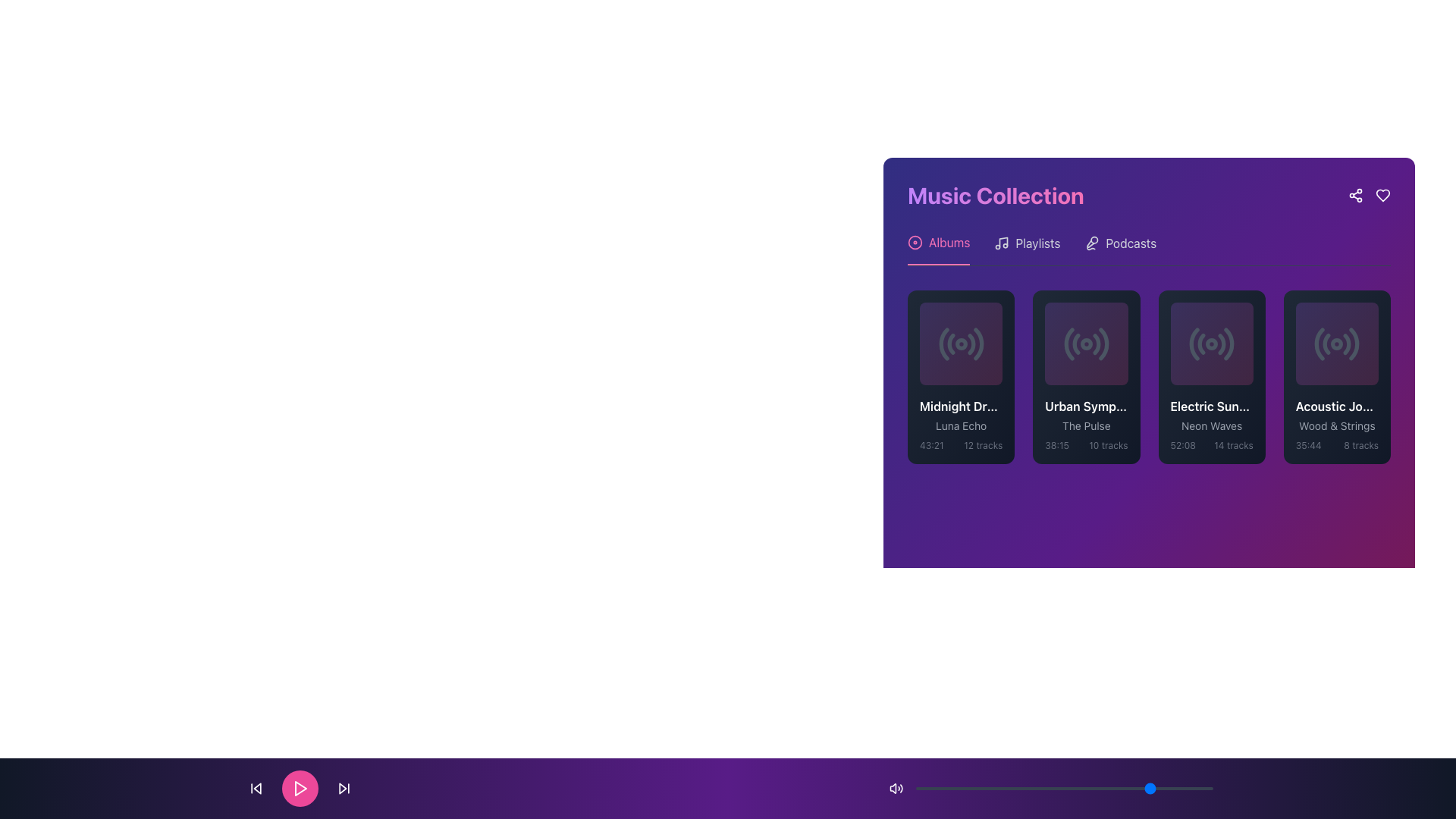  I want to click on the slider value, so click(1109, 788).